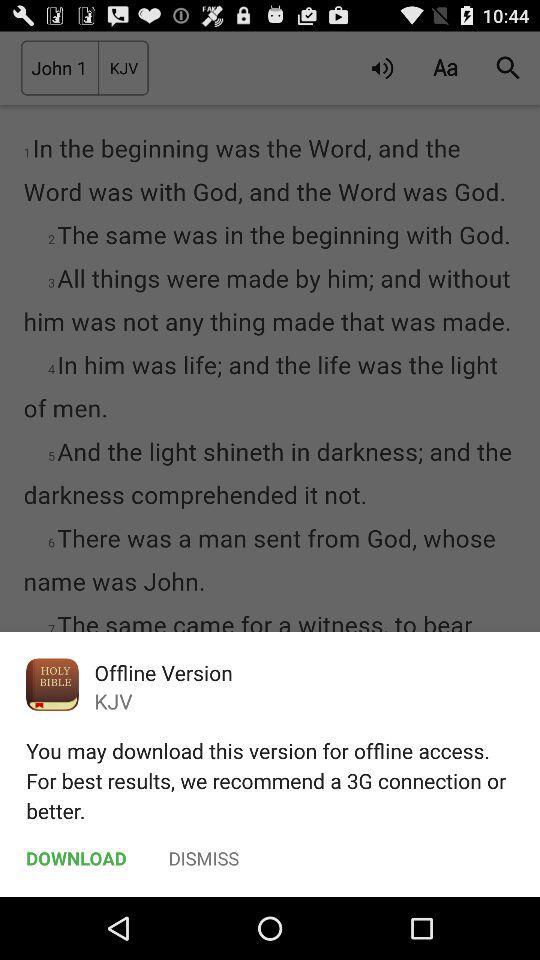  What do you see at coordinates (270, 464) in the screenshot?
I see `item at the center` at bounding box center [270, 464].